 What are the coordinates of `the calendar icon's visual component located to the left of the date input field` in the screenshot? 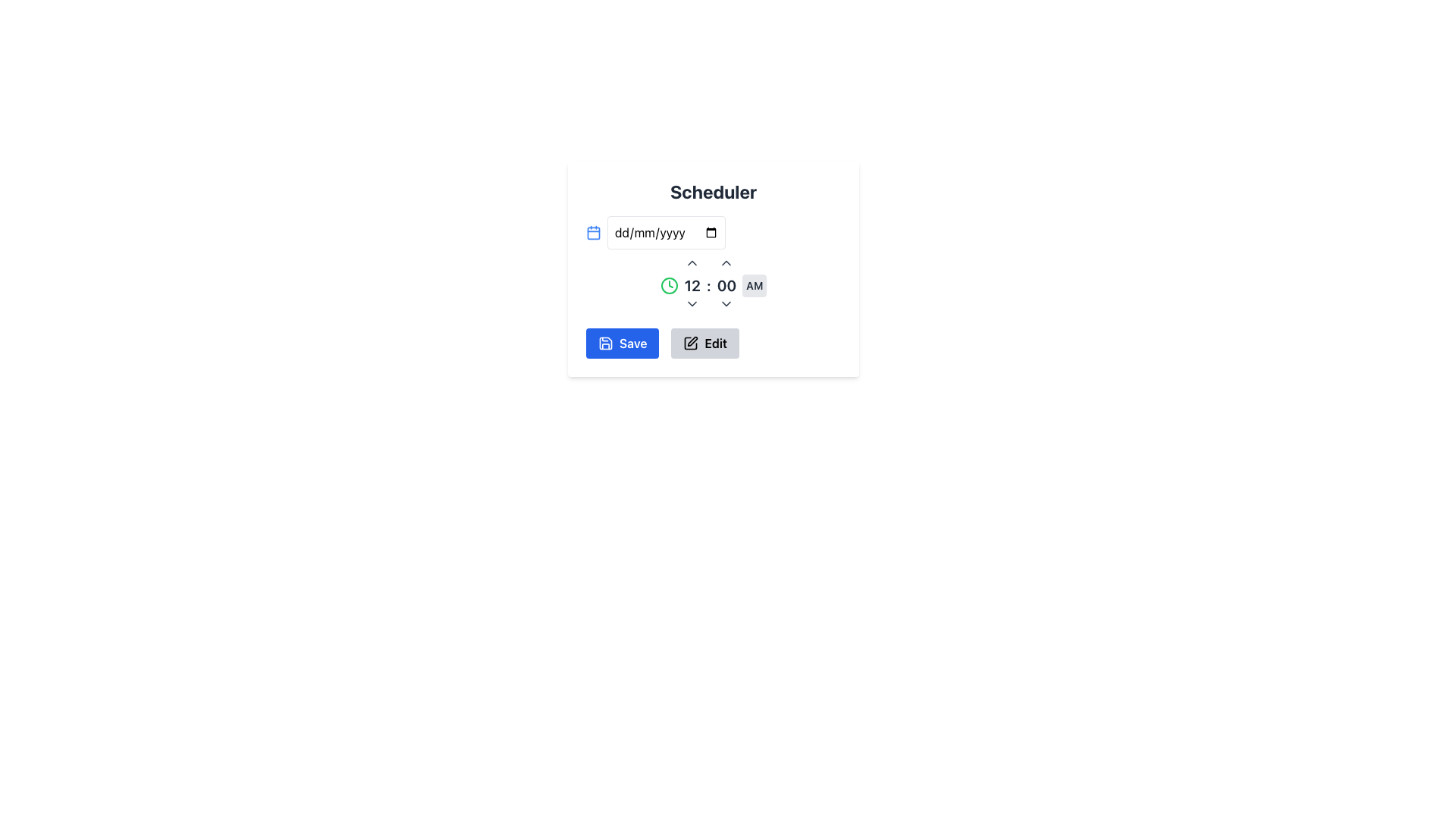 It's located at (592, 233).